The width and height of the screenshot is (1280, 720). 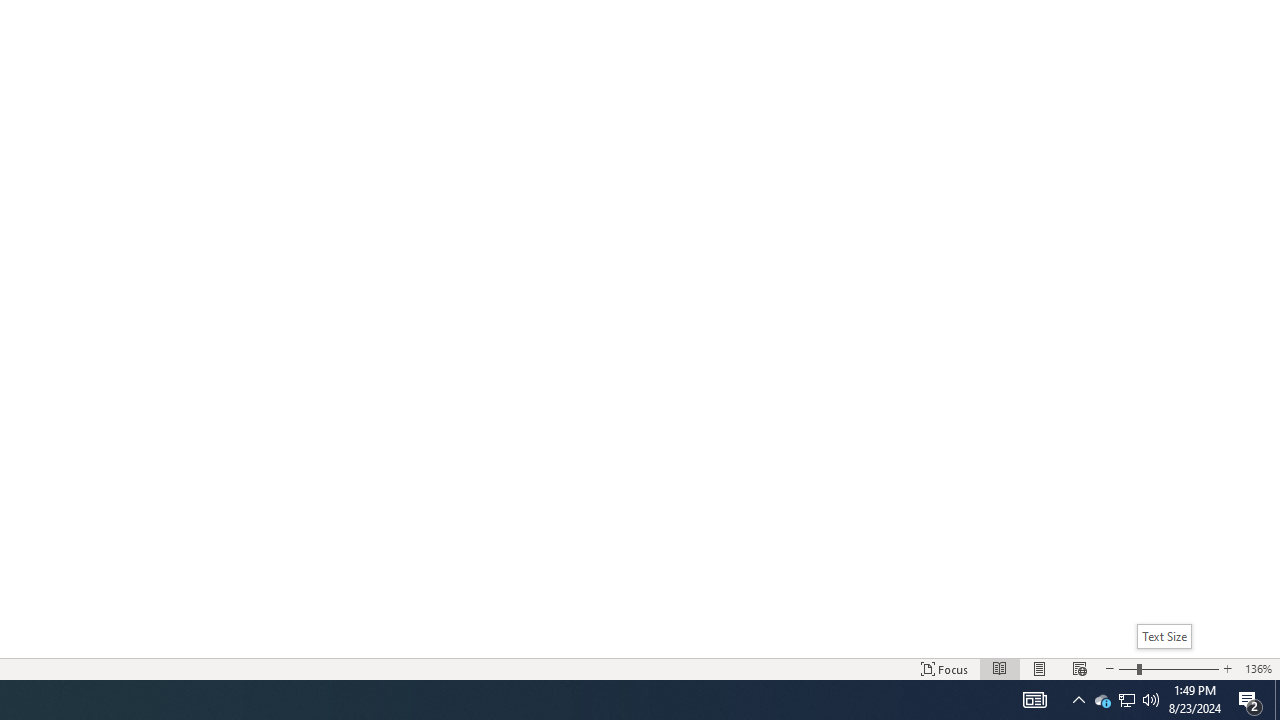 I want to click on 'Focus ', so click(x=943, y=669).